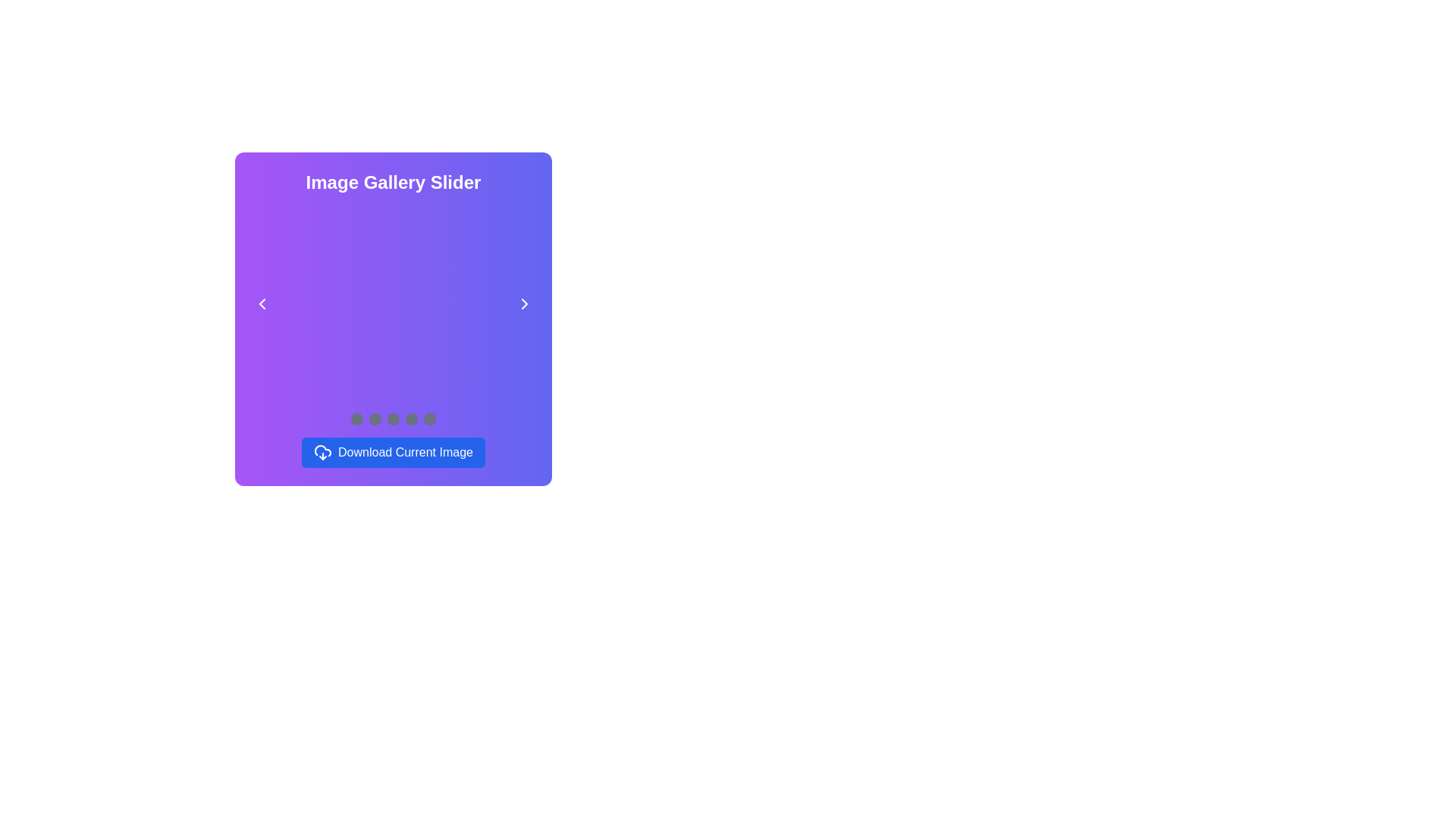 The width and height of the screenshot is (1456, 819). I want to click on the right-facing chevron icon, which is styled with a modern outline and displayed against a purple gradient background, so click(524, 304).